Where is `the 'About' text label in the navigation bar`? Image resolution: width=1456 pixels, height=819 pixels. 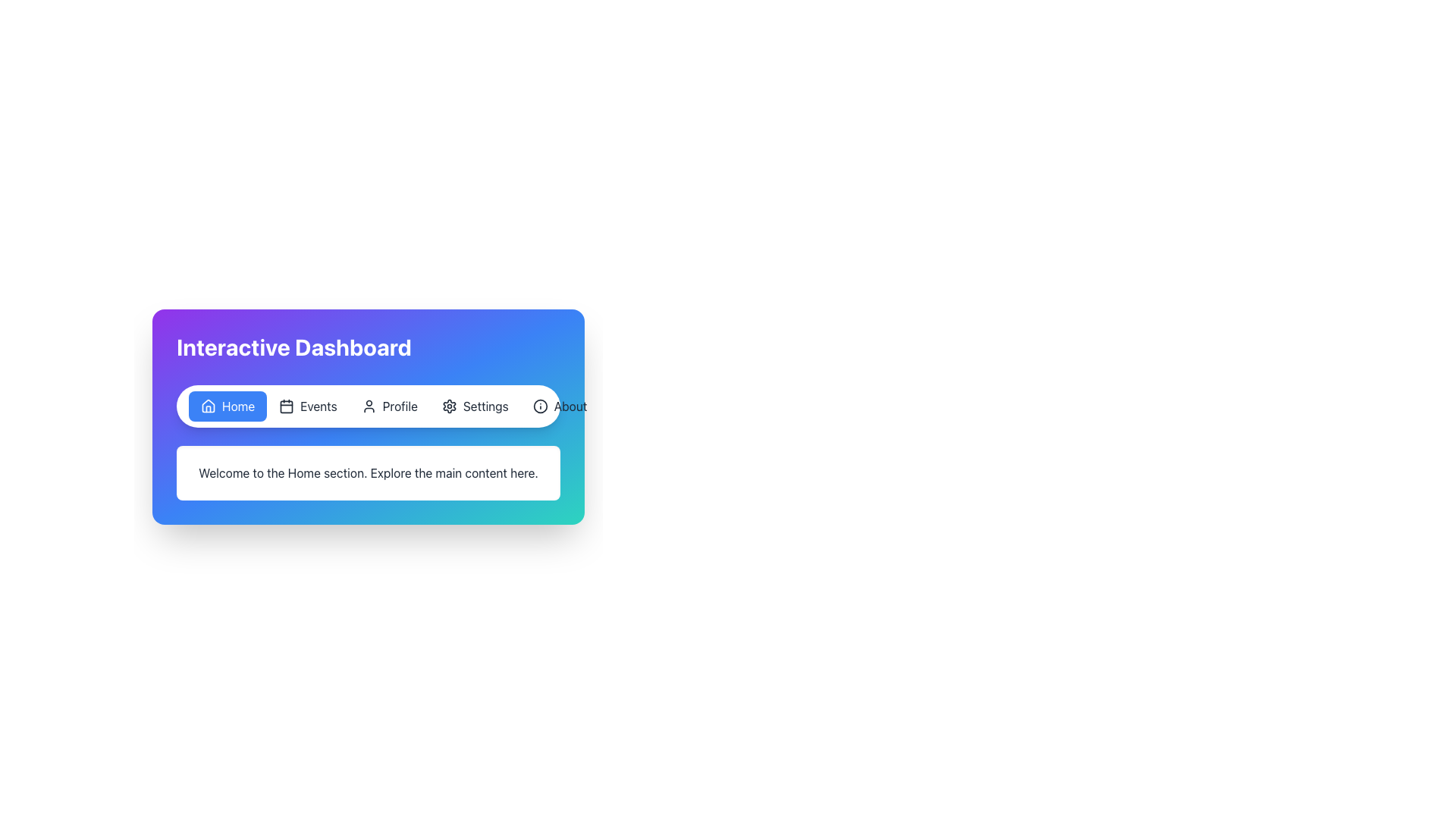 the 'About' text label in the navigation bar is located at coordinates (570, 406).